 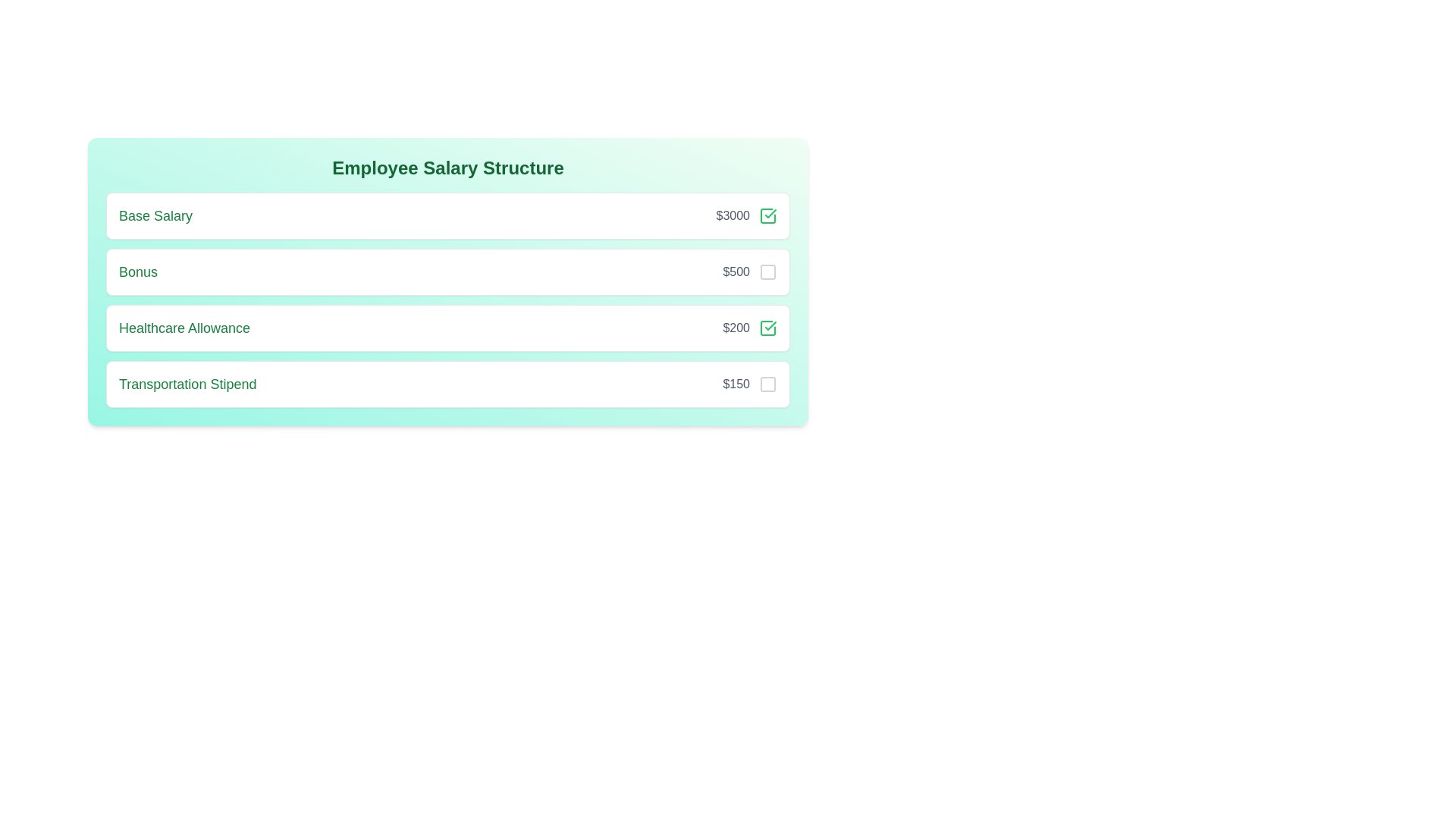 I want to click on the salary breakdown item corresponding to Healthcare Allowance, so click(x=767, y=327).